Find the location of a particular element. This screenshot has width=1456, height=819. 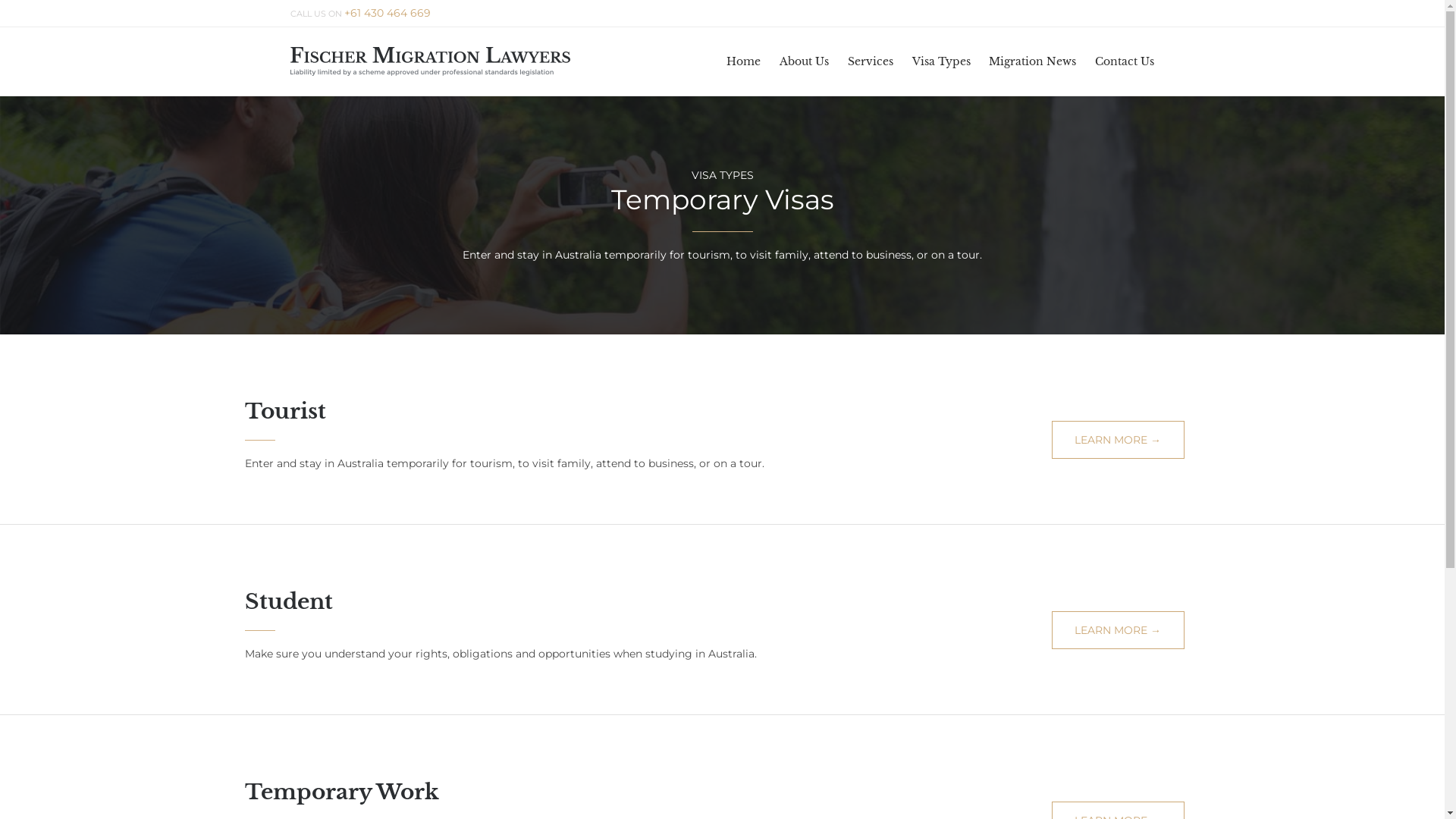

'+61 430 464 669' is located at coordinates (387, 14).